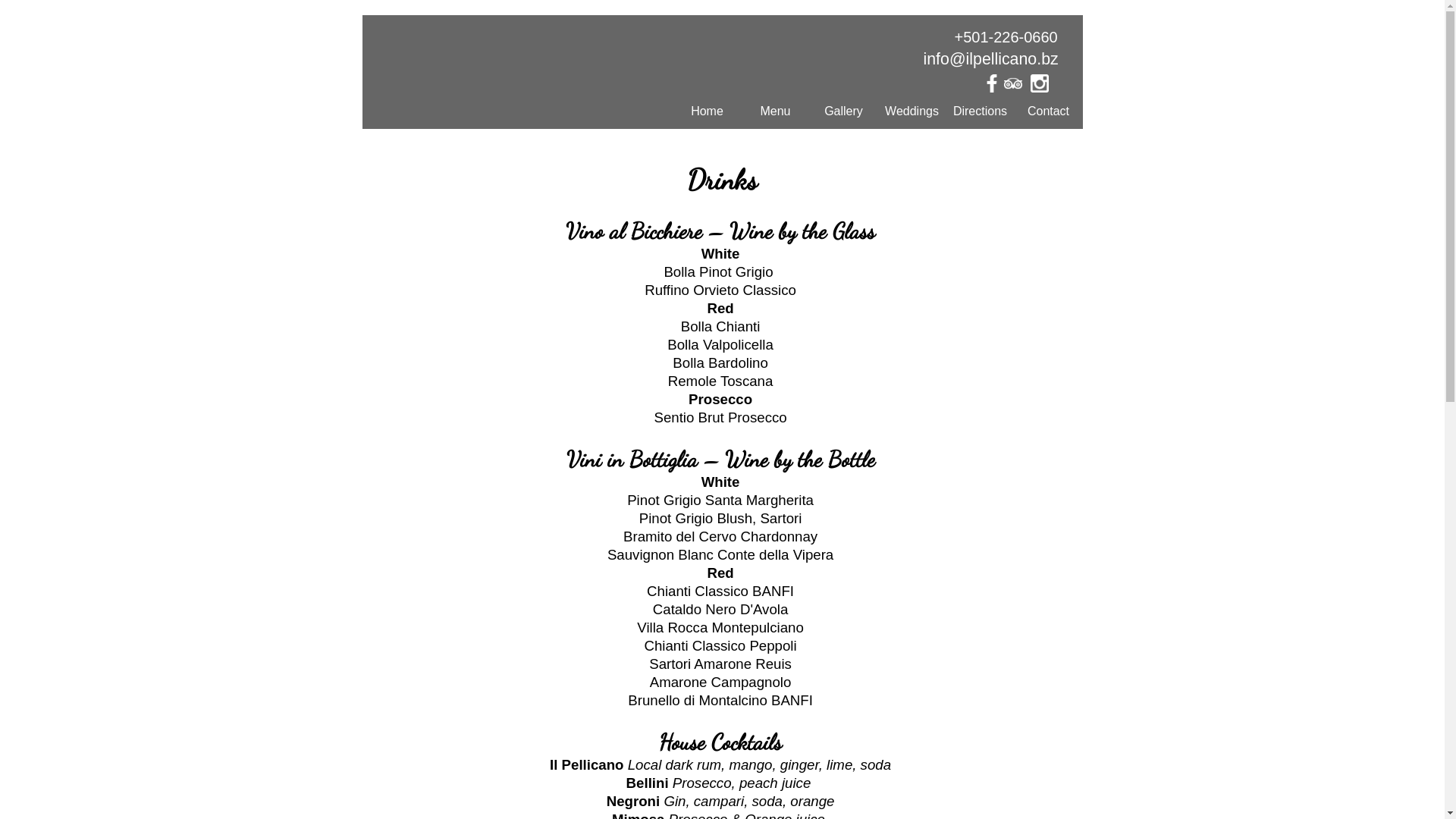 This screenshot has width=1456, height=819. I want to click on 'info@ilpellicano.bz', so click(990, 58).